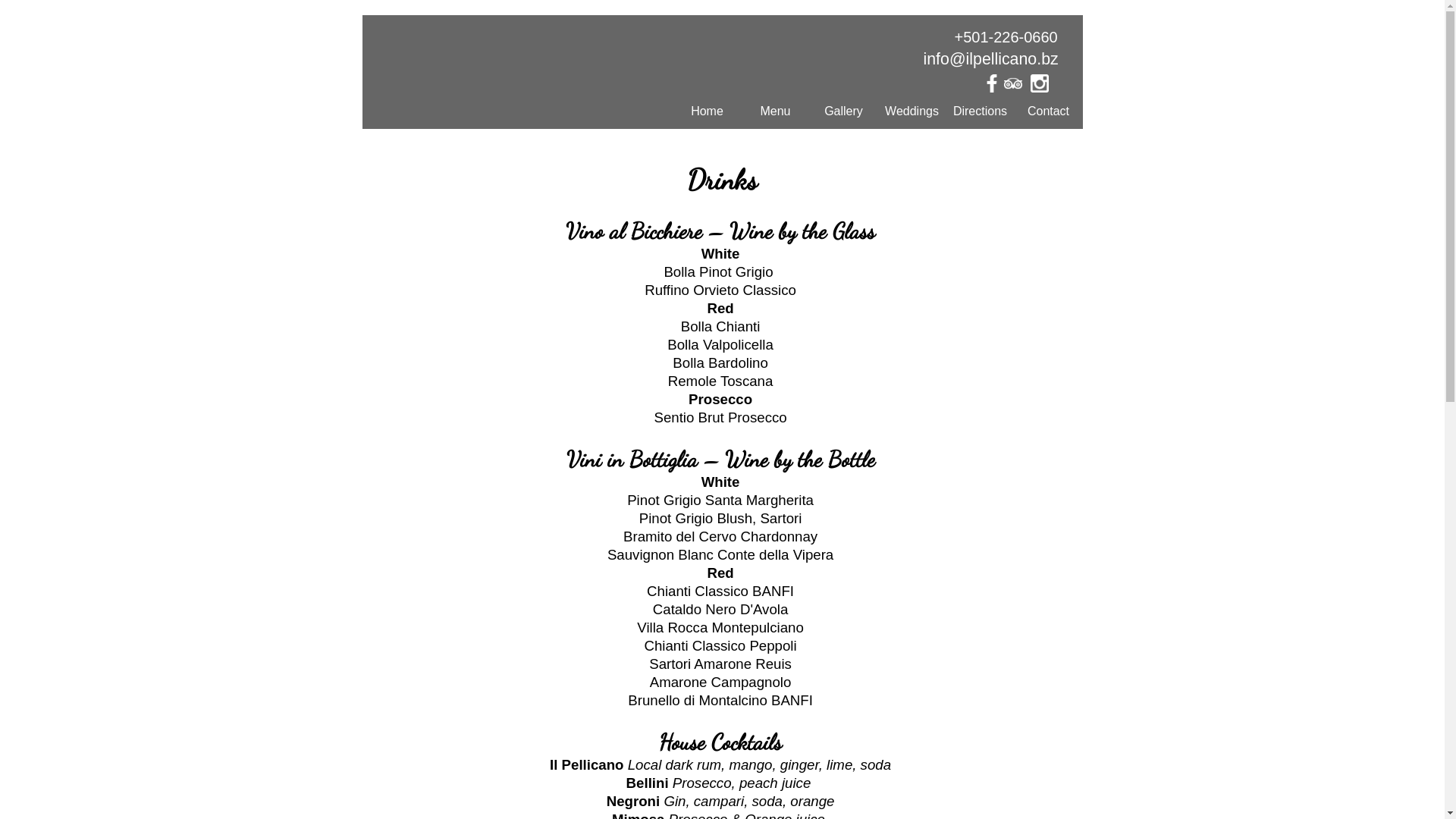 This screenshot has width=1456, height=819. I want to click on 'info@ilpellicano.bz', so click(990, 58).